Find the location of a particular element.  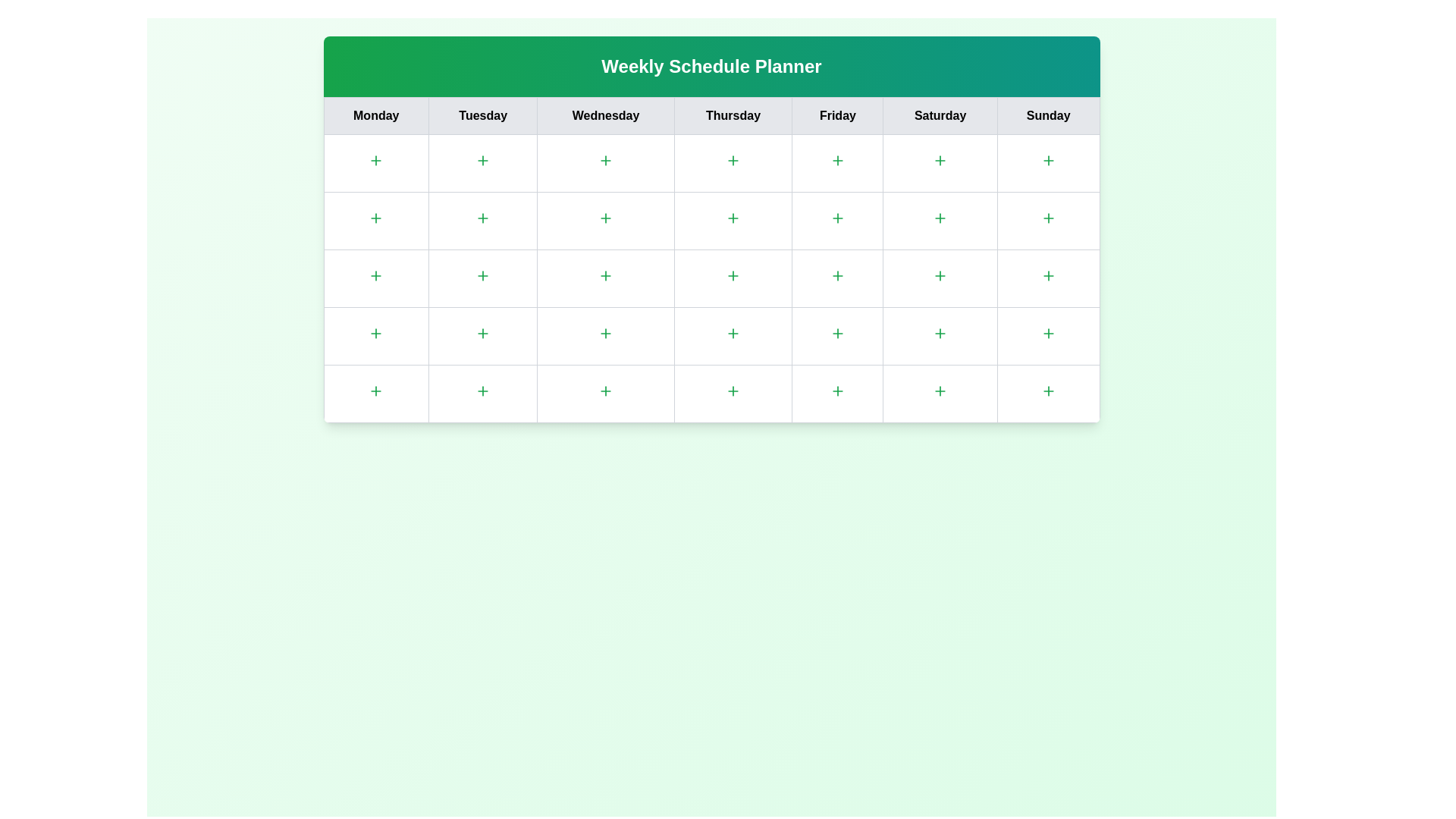

the column header for Wednesday is located at coordinates (605, 115).